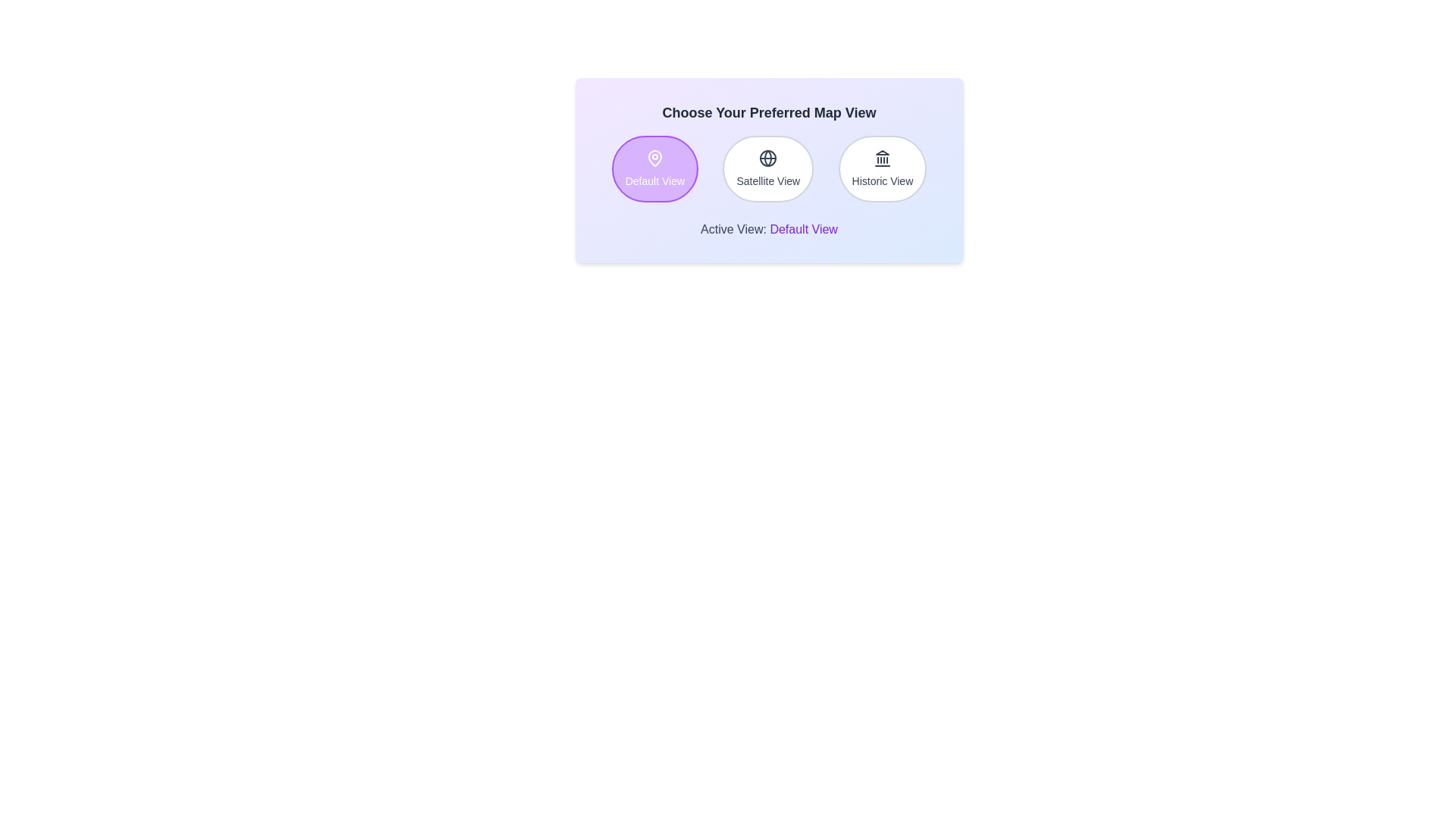 This screenshot has height=819, width=1456. I want to click on the map view to Default View, so click(654, 169).